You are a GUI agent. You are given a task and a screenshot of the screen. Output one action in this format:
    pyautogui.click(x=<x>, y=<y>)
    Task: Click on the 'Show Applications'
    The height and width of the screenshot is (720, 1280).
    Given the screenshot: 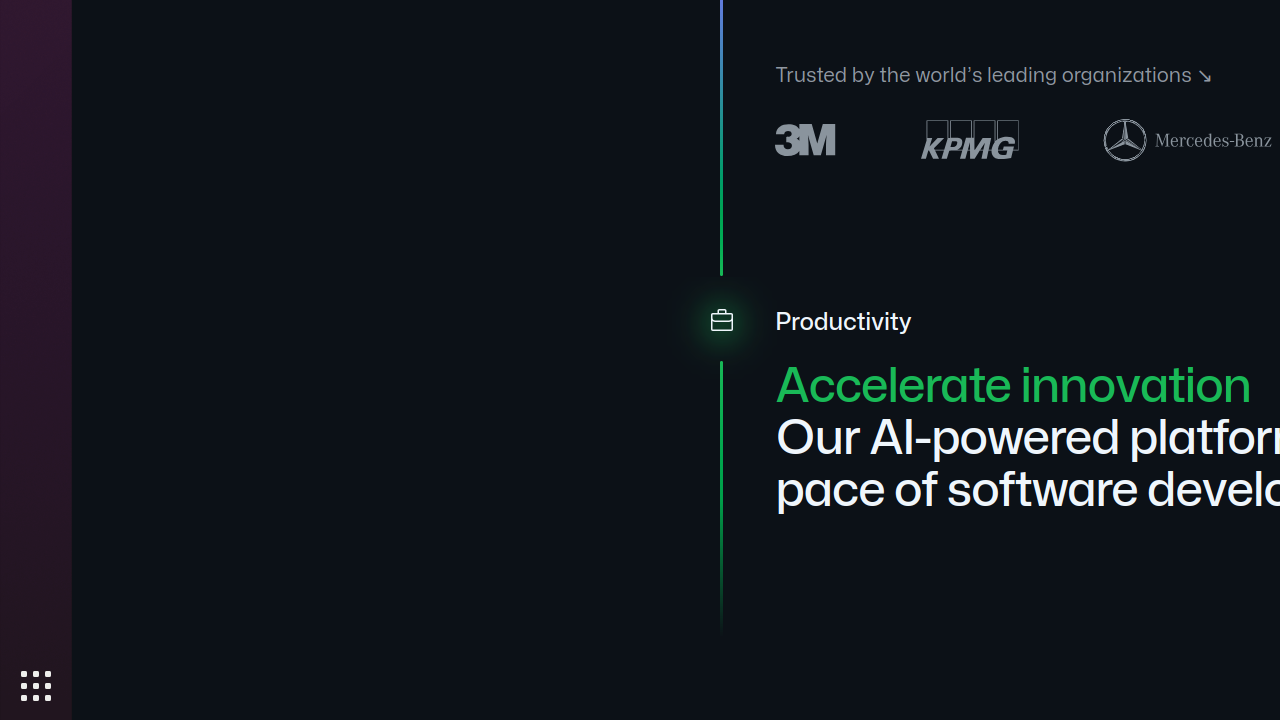 What is the action you would take?
    pyautogui.click(x=35, y=685)
    